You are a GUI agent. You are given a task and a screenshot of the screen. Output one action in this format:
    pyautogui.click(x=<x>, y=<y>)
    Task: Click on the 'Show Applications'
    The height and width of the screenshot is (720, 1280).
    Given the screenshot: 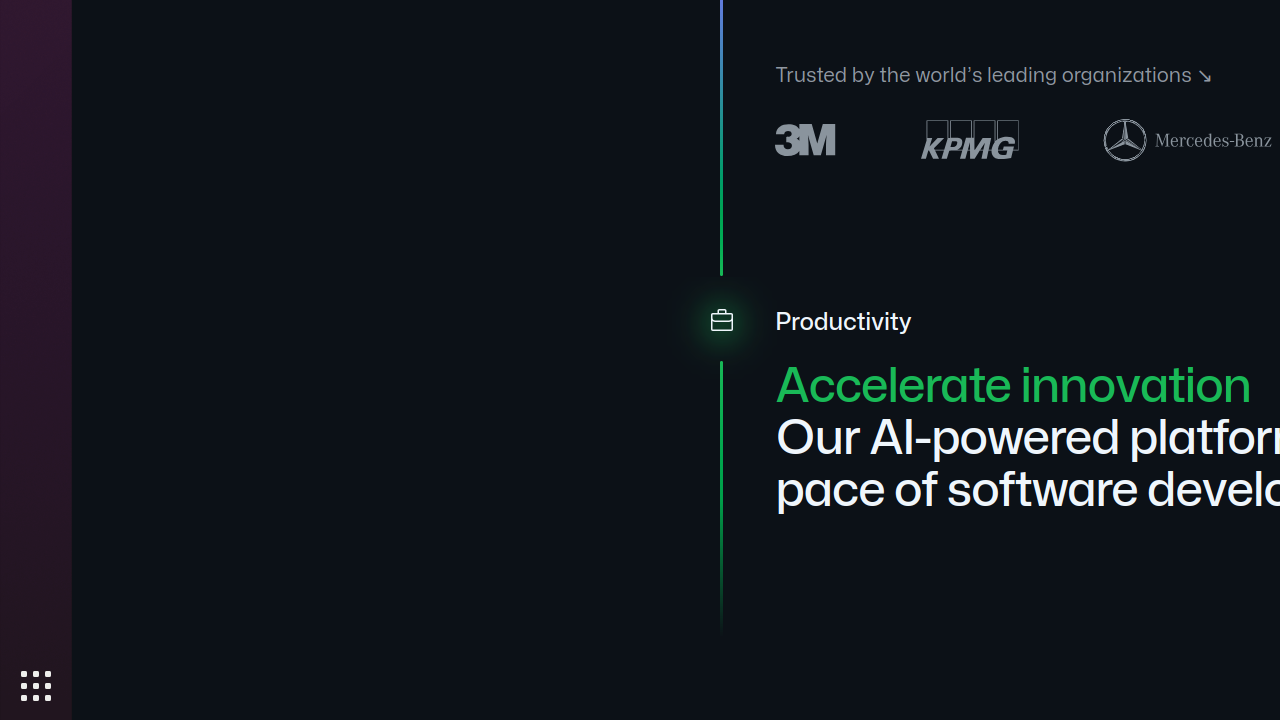 What is the action you would take?
    pyautogui.click(x=35, y=685)
    